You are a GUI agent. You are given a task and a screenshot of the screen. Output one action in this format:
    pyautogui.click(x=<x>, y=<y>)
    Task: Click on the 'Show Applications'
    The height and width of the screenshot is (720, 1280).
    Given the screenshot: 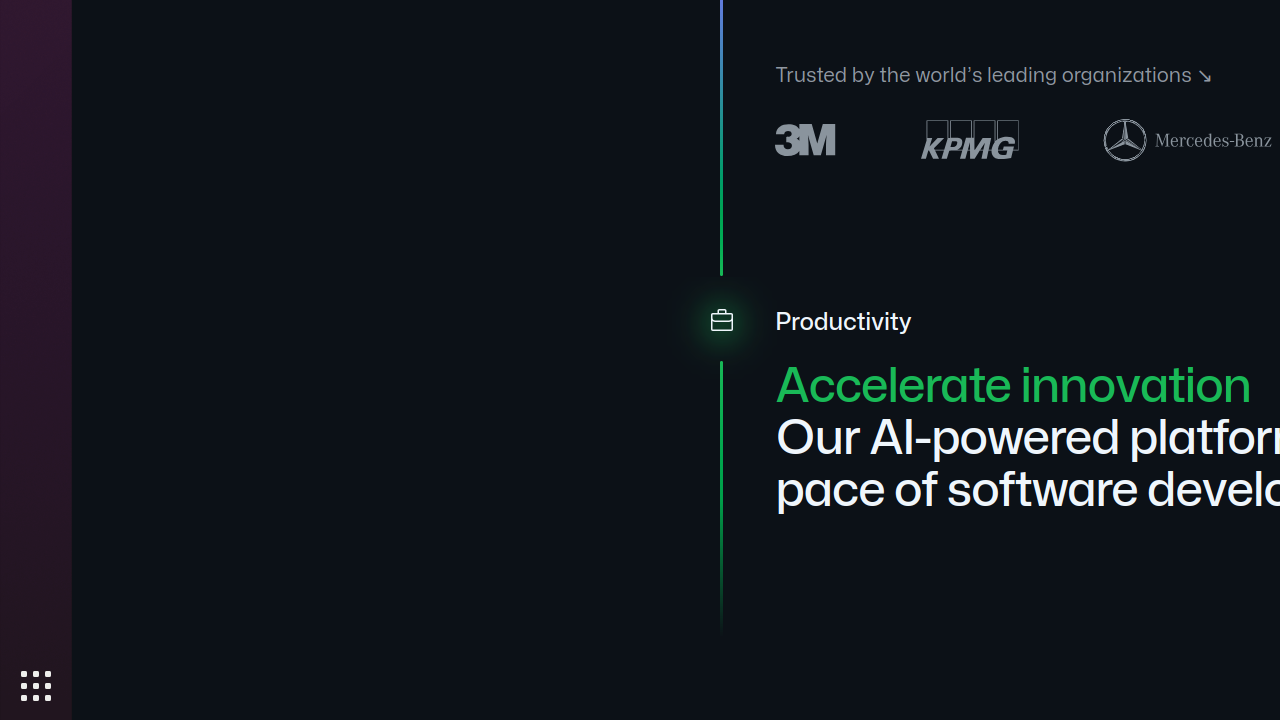 What is the action you would take?
    pyautogui.click(x=35, y=685)
    